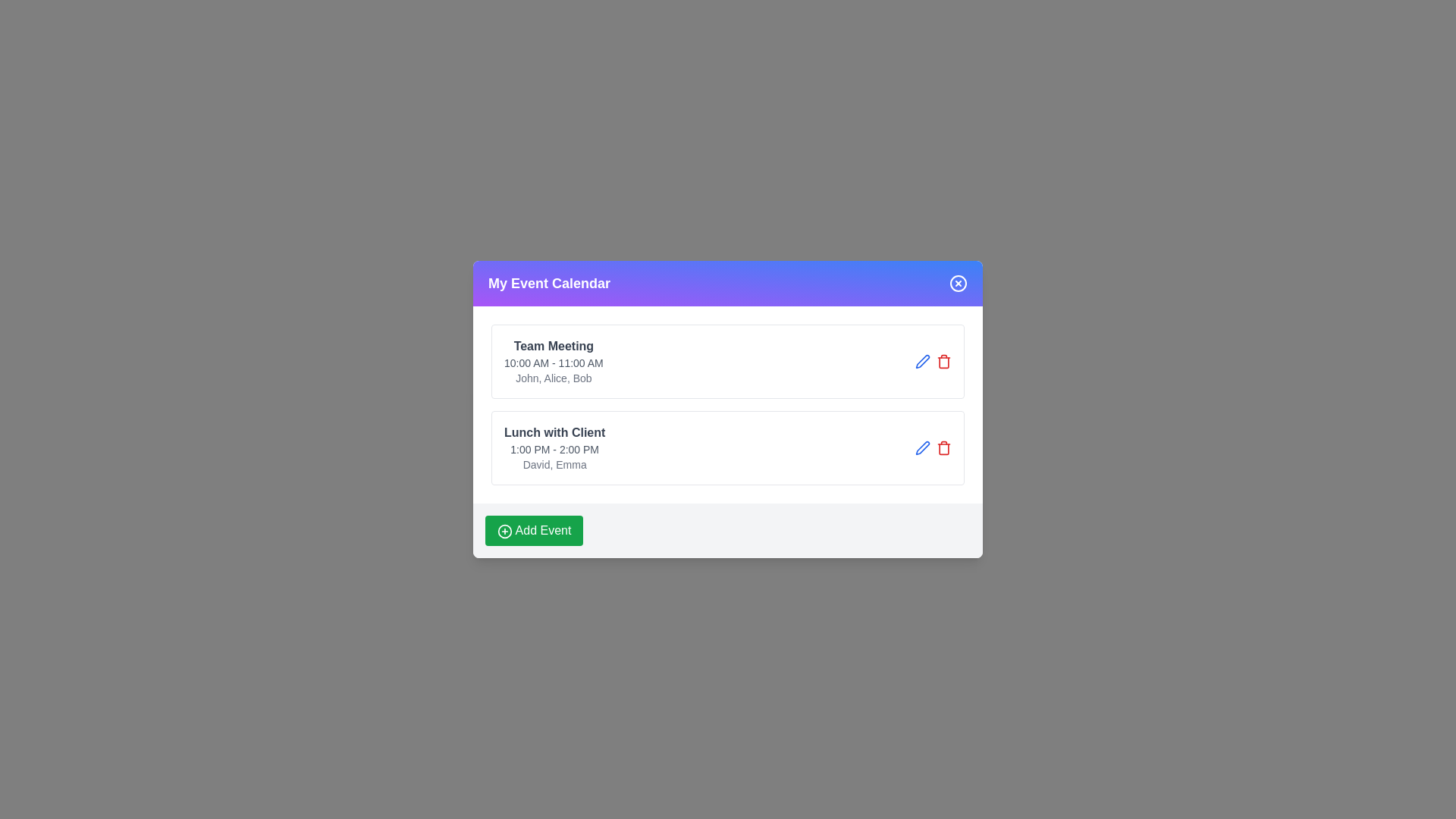 The image size is (1456, 819). I want to click on the delete icon in the interactive button group located in the top right corner of the 'Team Meeting' card, so click(932, 362).